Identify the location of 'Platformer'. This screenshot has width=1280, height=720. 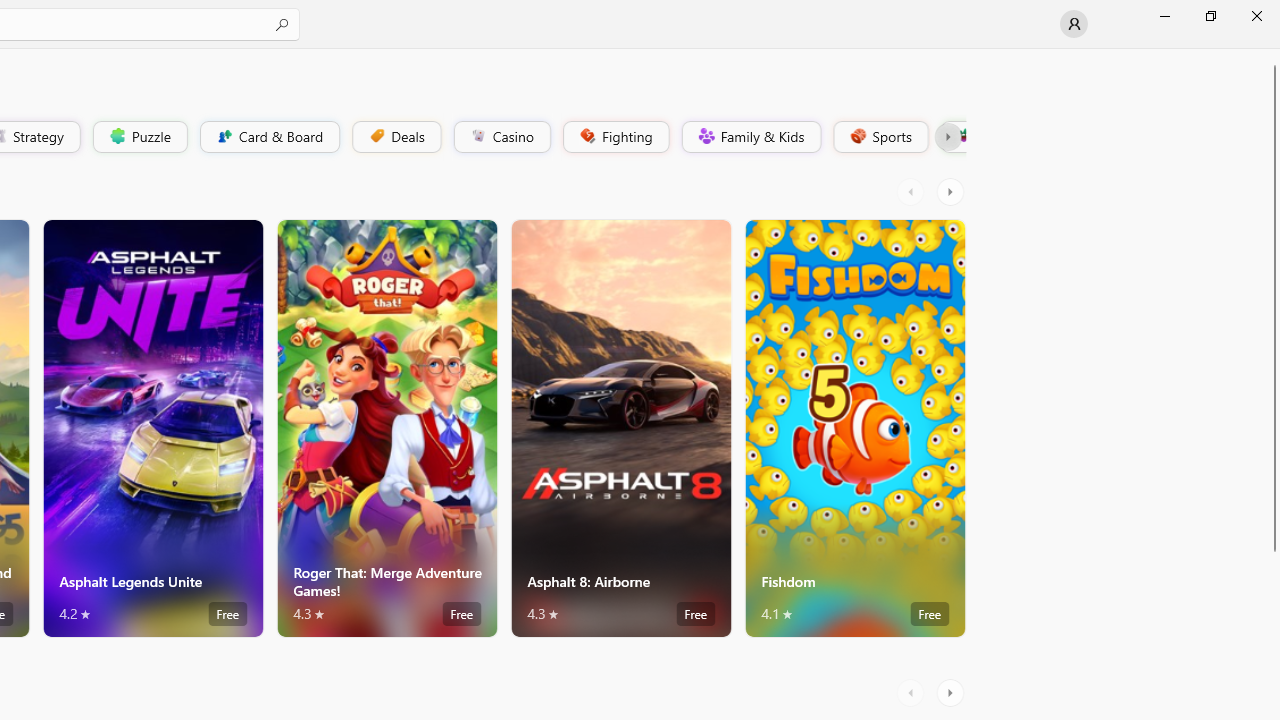
(951, 135).